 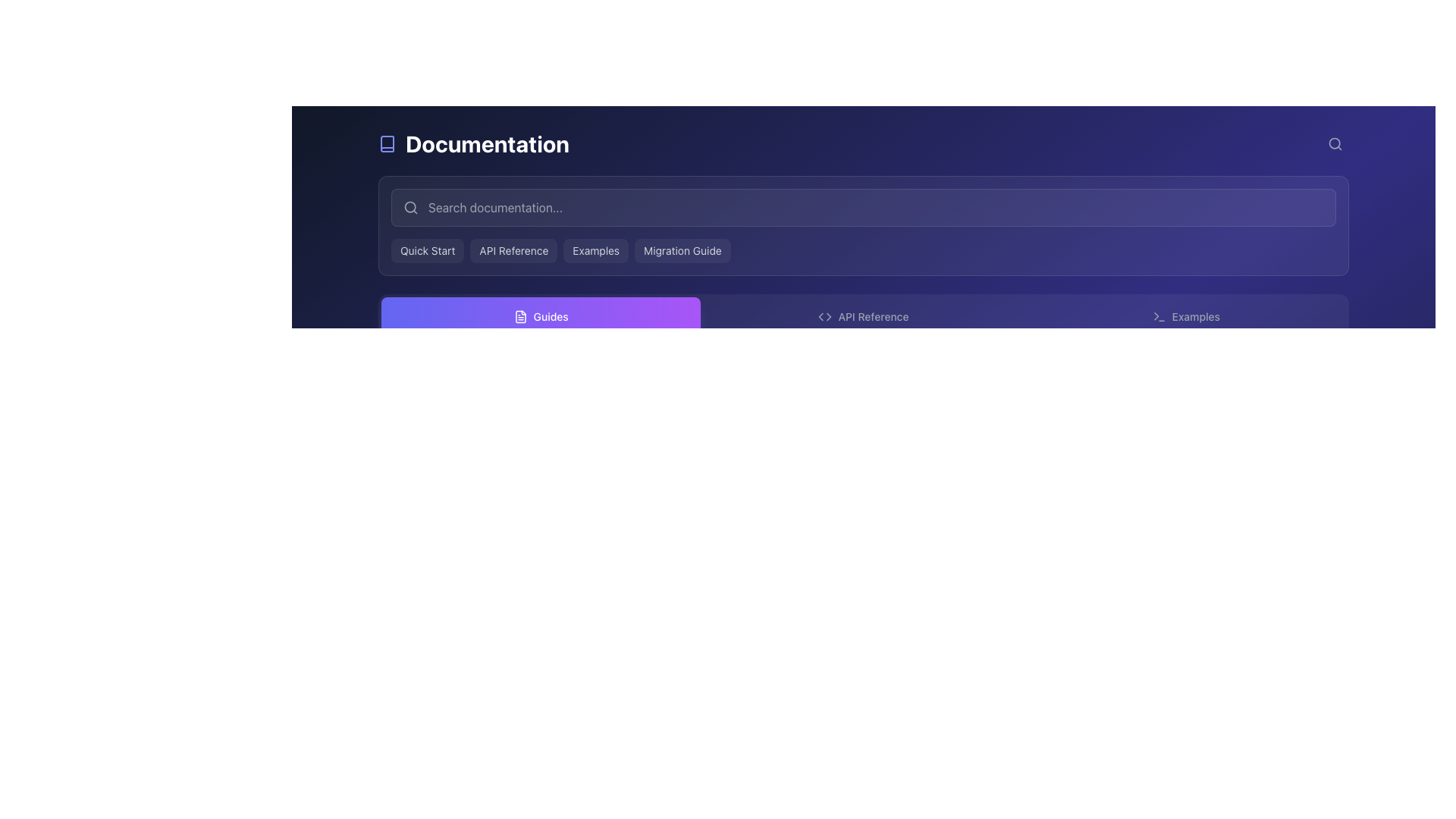 I want to click on the vibrant gradient button labeled 'Guides' with rounded corners and a document icon, so click(x=541, y=315).